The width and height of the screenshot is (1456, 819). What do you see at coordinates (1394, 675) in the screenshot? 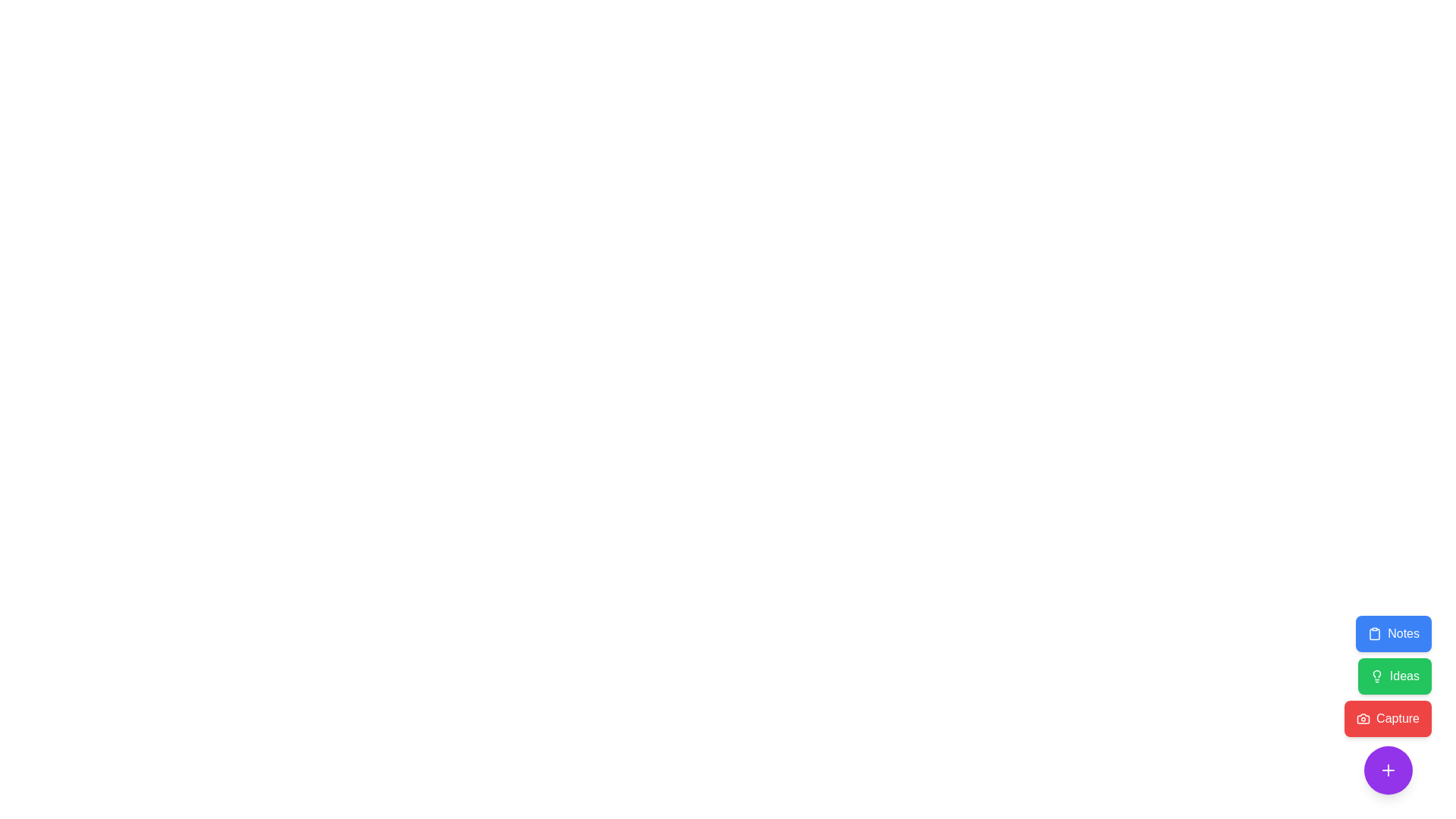
I see `the green rectangular button labeled 'Ideas', which is positioned between the 'Notes' button above and the 'Capture' button below, to receive potential visual feedback` at bounding box center [1394, 675].